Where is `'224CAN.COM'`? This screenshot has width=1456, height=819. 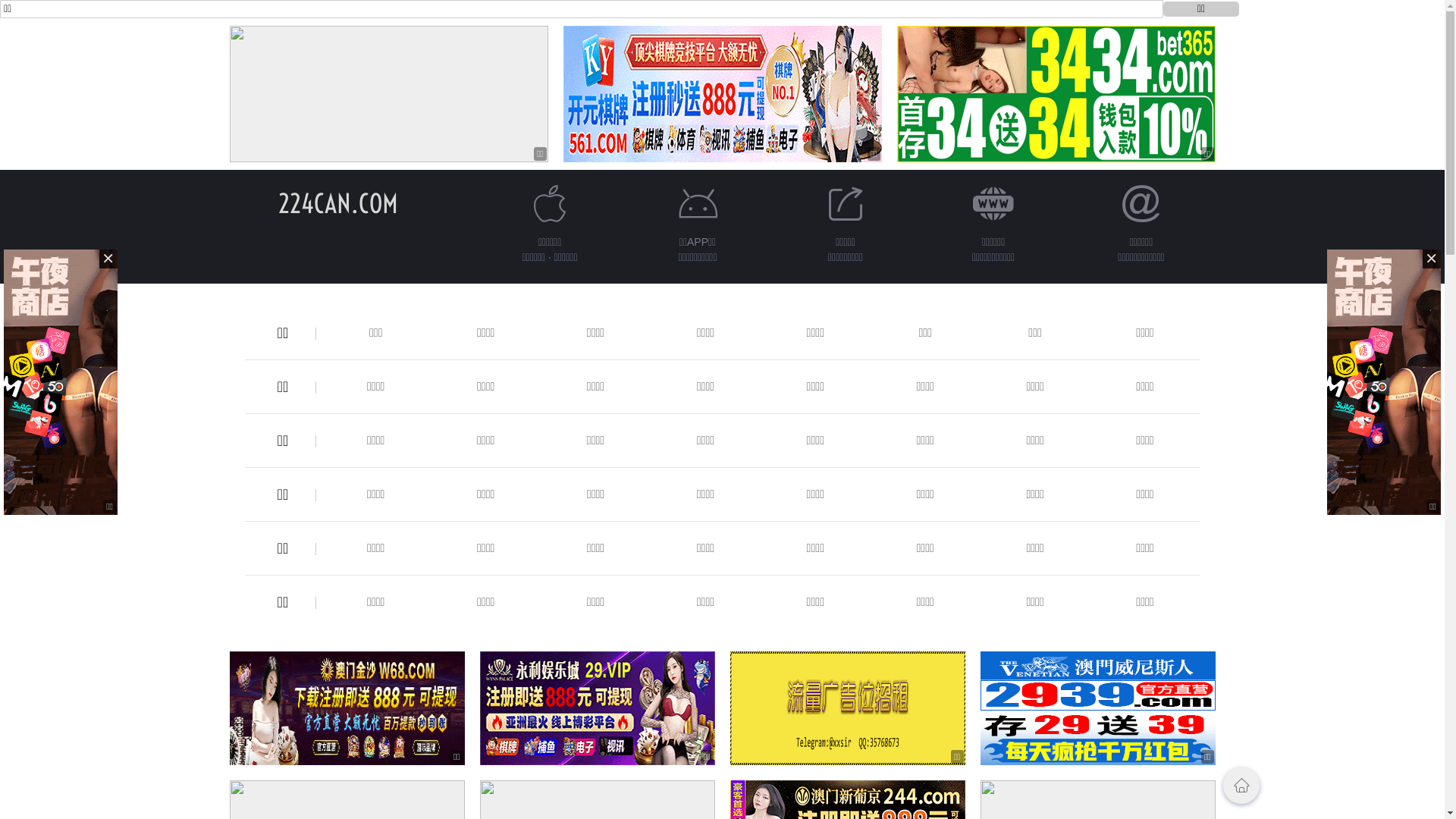
'224CAN.COM' is located at coordinates (337, 202).